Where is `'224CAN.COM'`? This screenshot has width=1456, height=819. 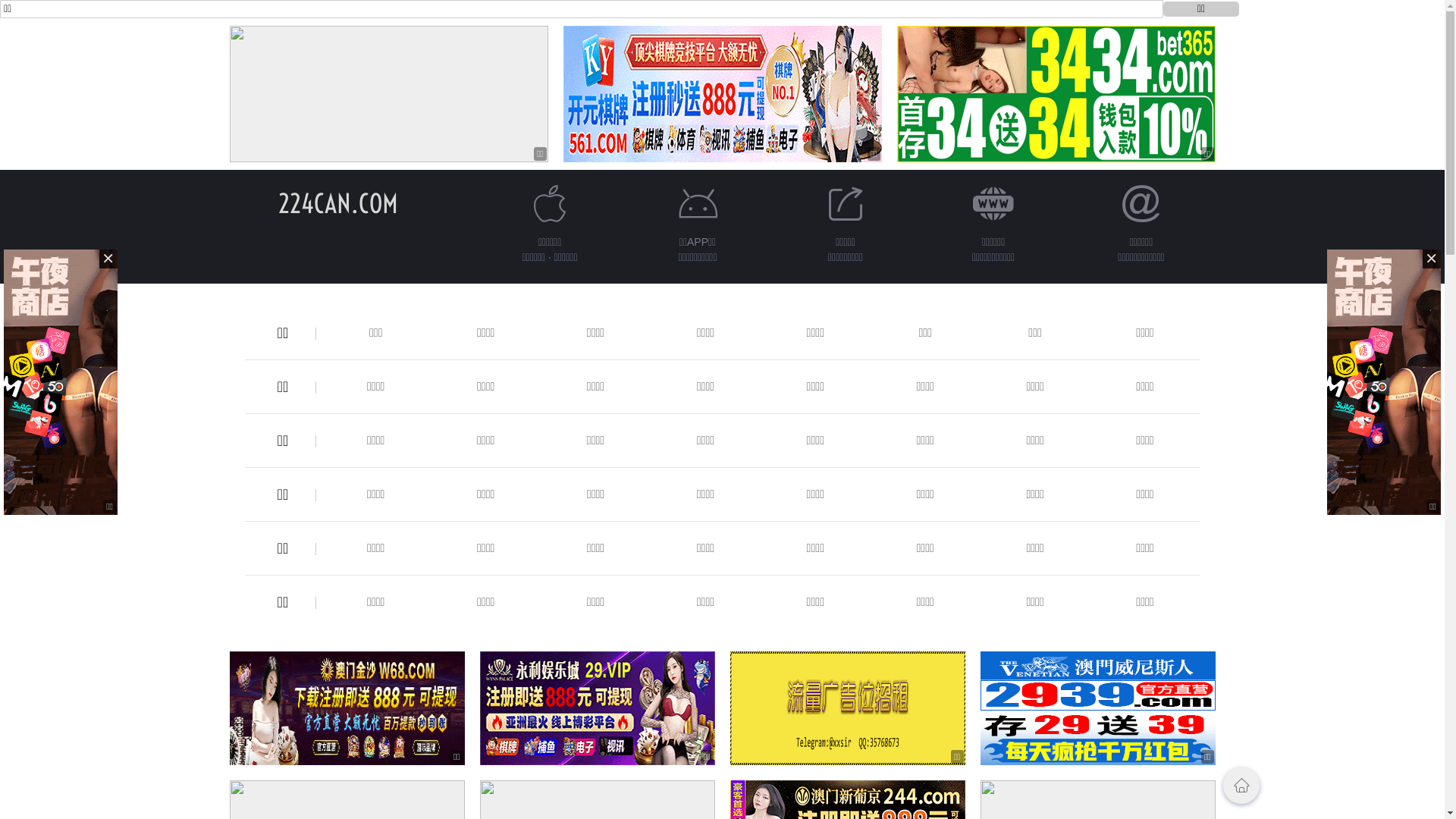
'224CAN.COM' is located at coordinates (337, 202).